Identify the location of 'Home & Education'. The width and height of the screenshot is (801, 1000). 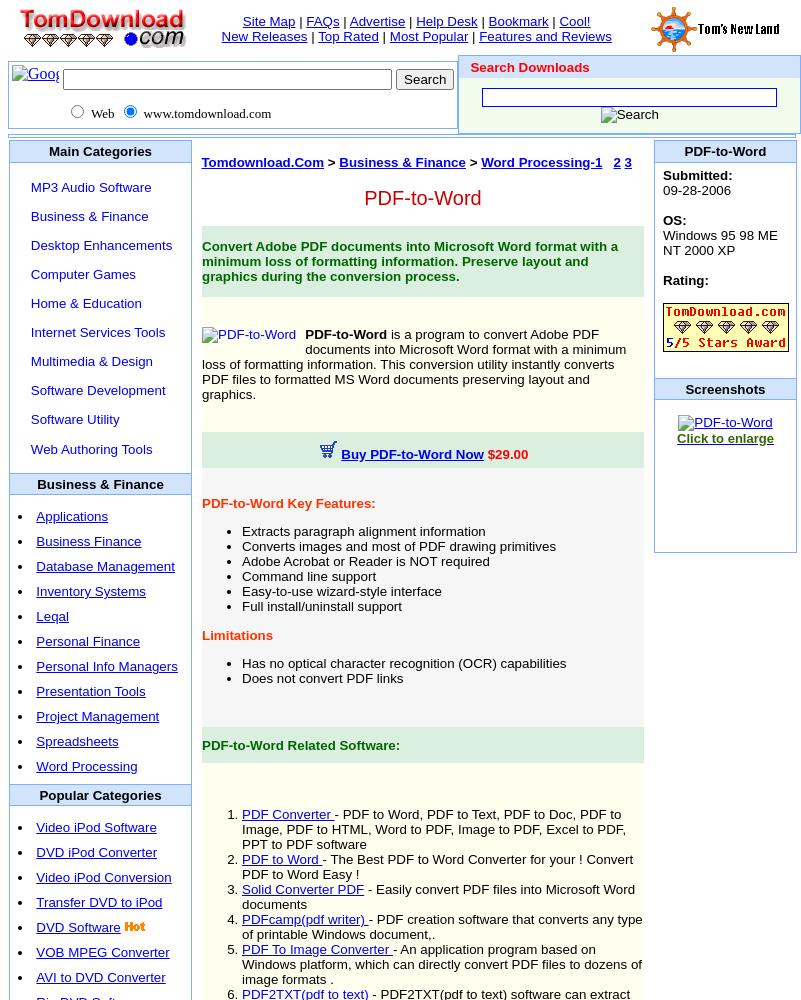
(30, 302).